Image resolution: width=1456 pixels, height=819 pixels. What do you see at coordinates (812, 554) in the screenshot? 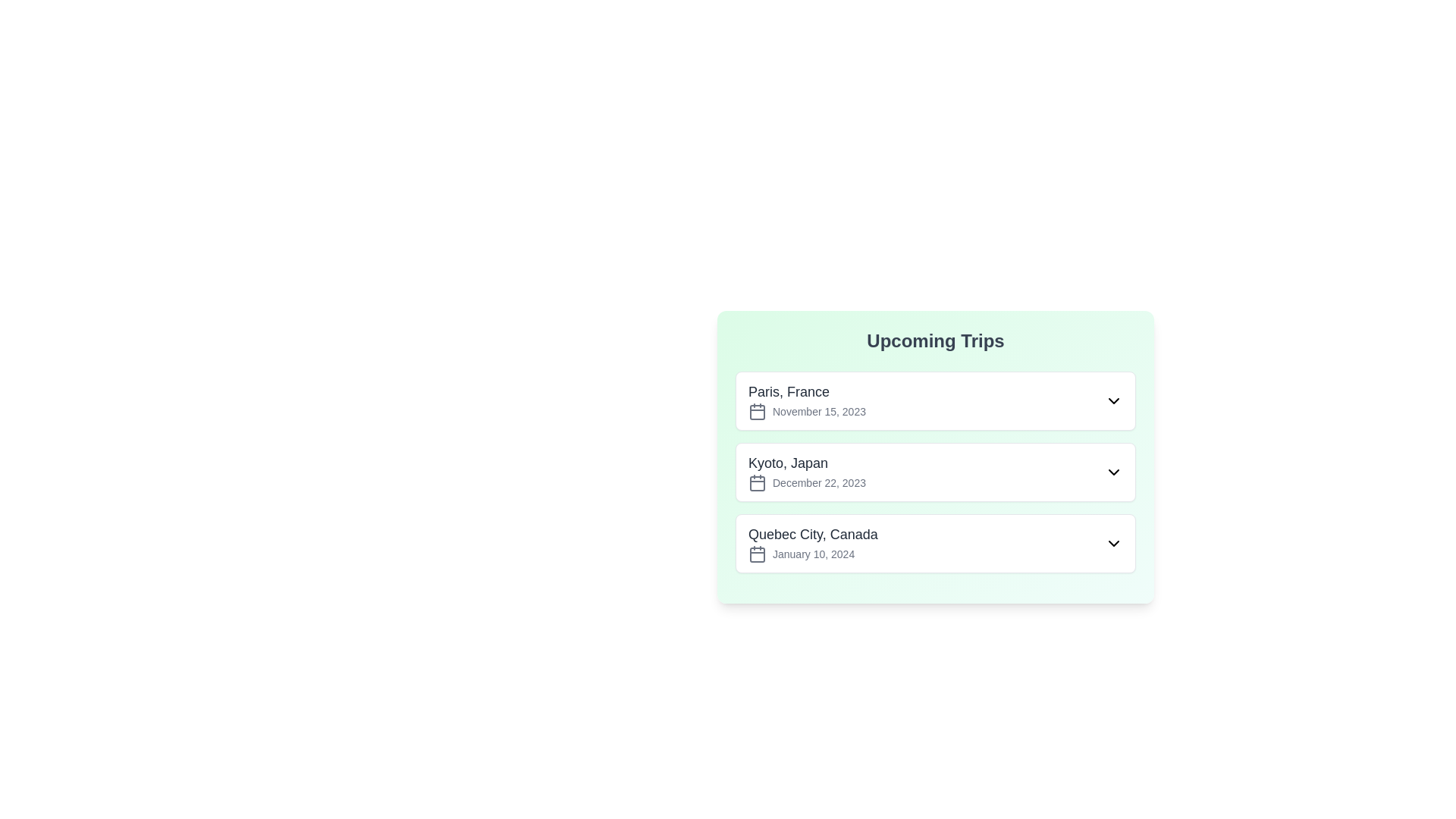
I see `the text element displaying the trip date for the 'Quebec City, Canada' entry located under the 'Upcoming Trips' section` at bounding box center [812, 554].